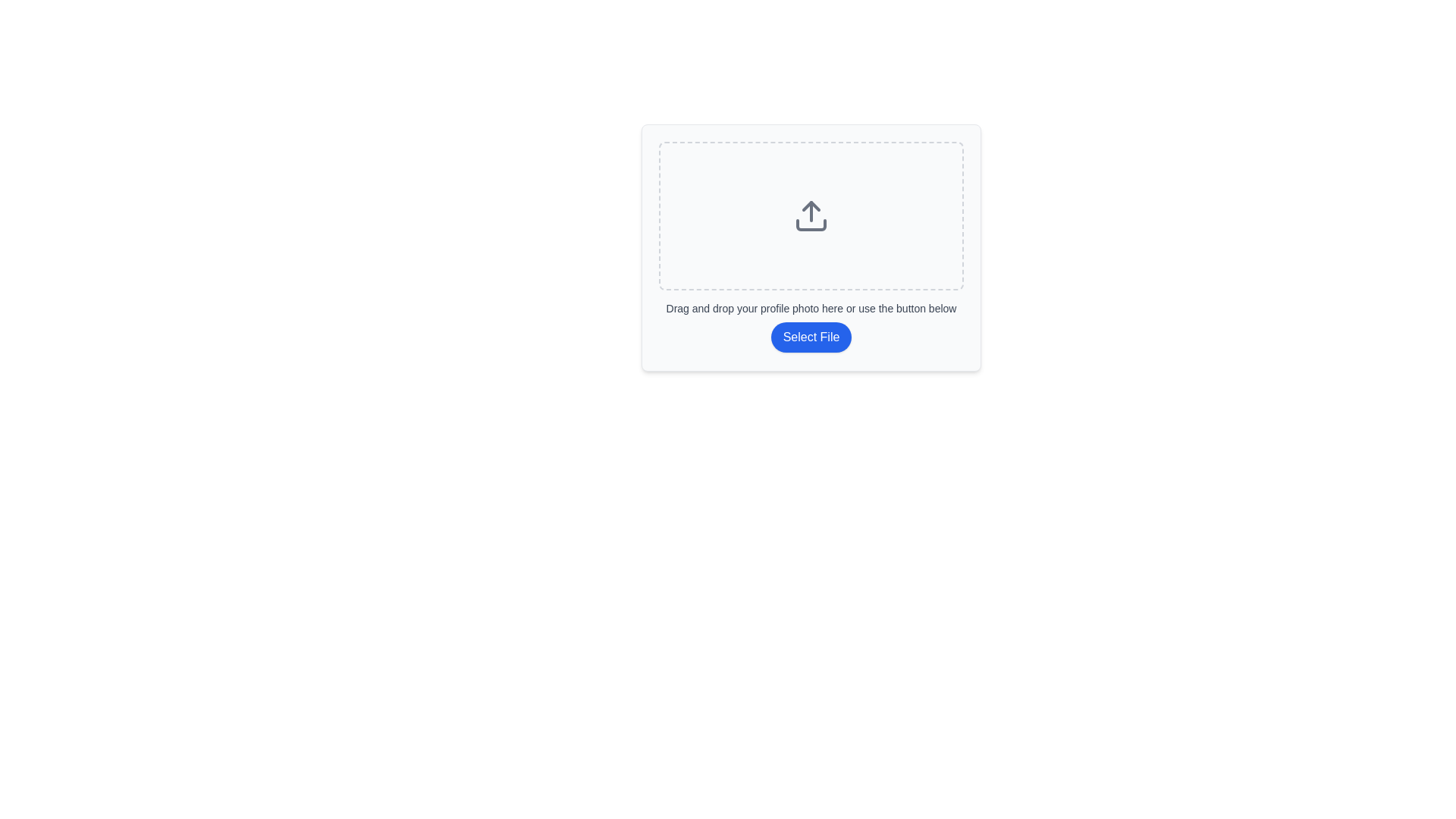 This screenshot has height=819, width=1456. I want to click on the blue 'Select File' button with rounded edges, so click(811, 336).